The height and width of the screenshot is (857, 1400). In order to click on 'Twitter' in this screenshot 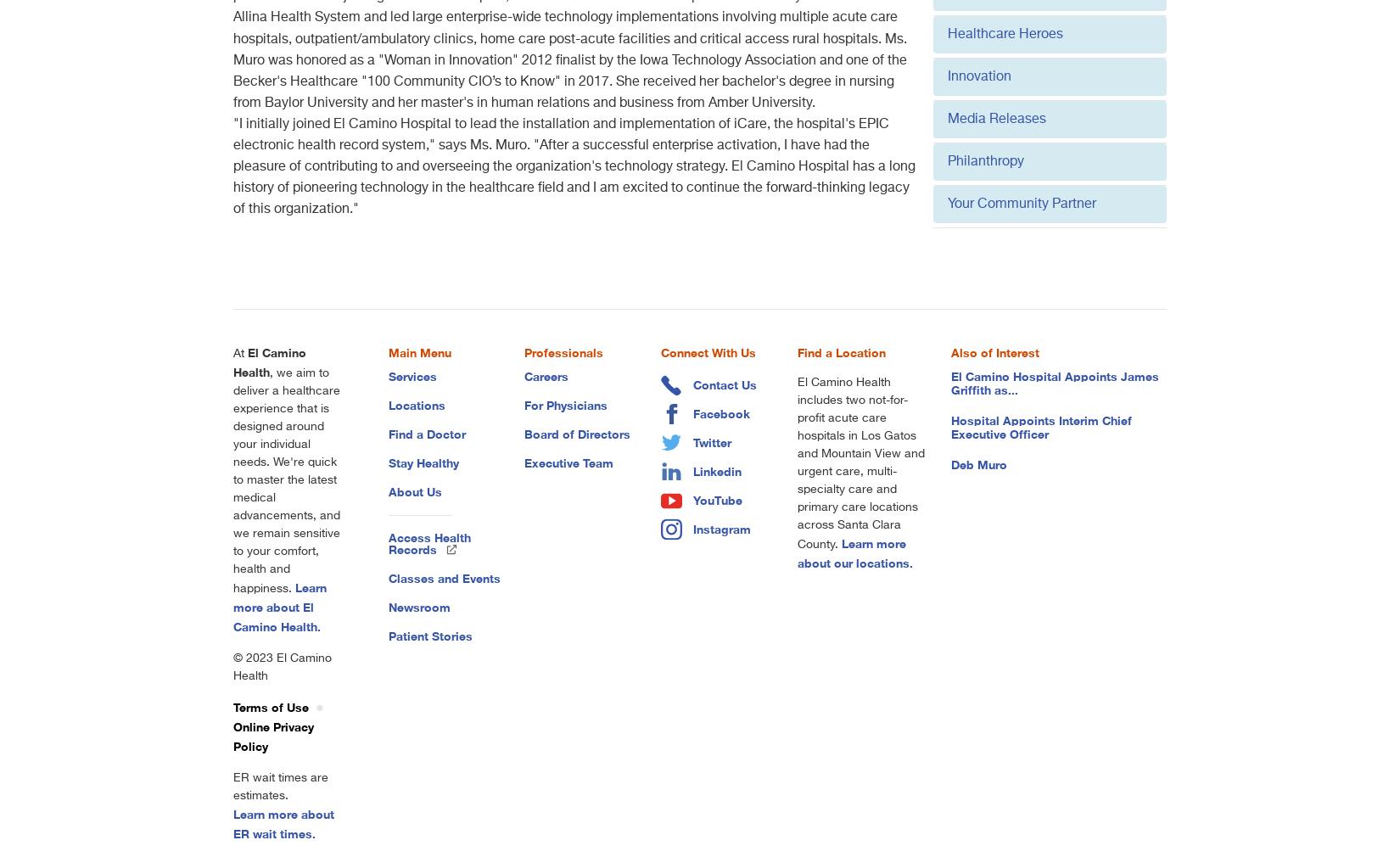, I will do `click(692, 441)`.